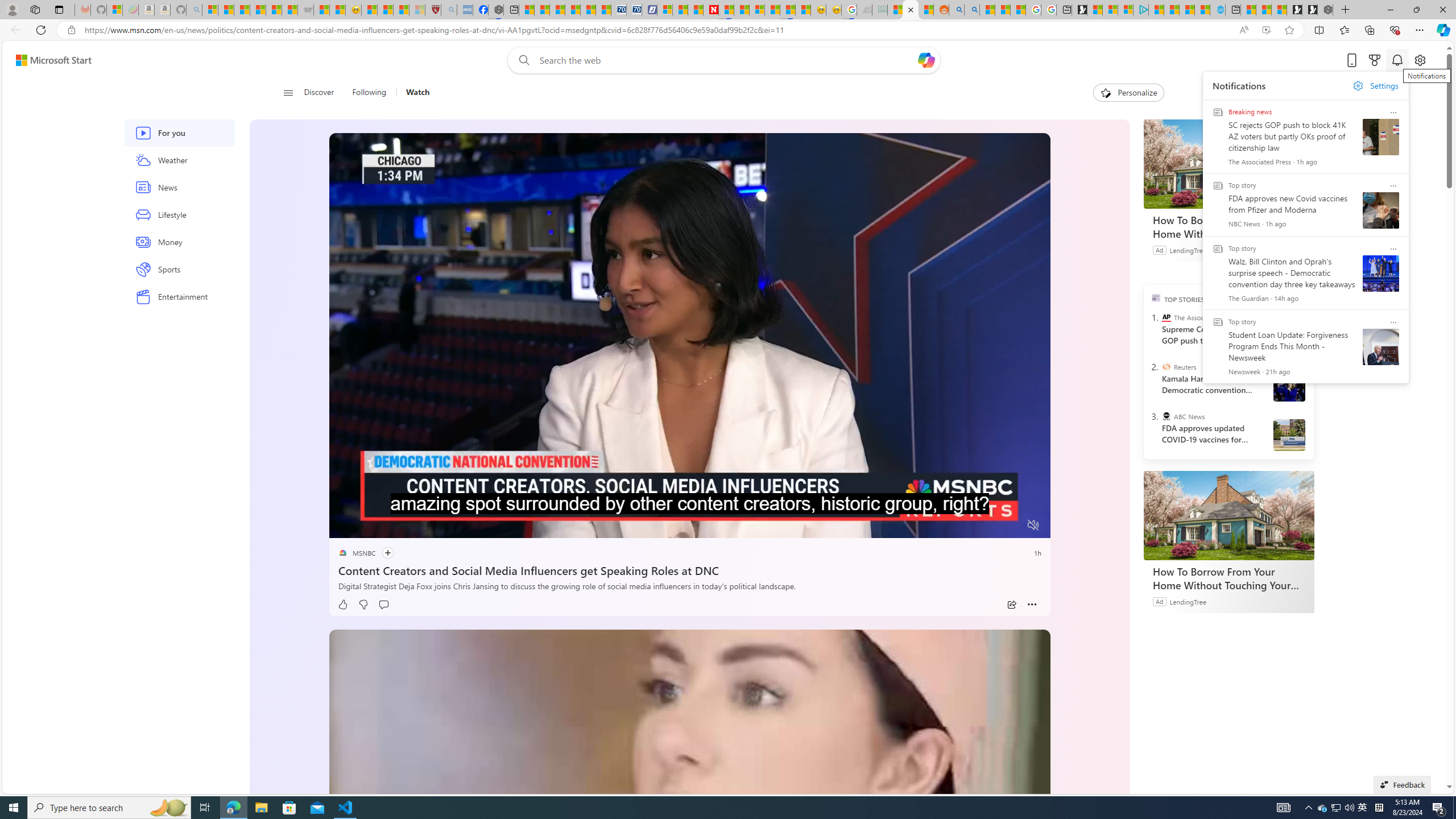  I want to click on 'Skip to content', so click(49, 59).